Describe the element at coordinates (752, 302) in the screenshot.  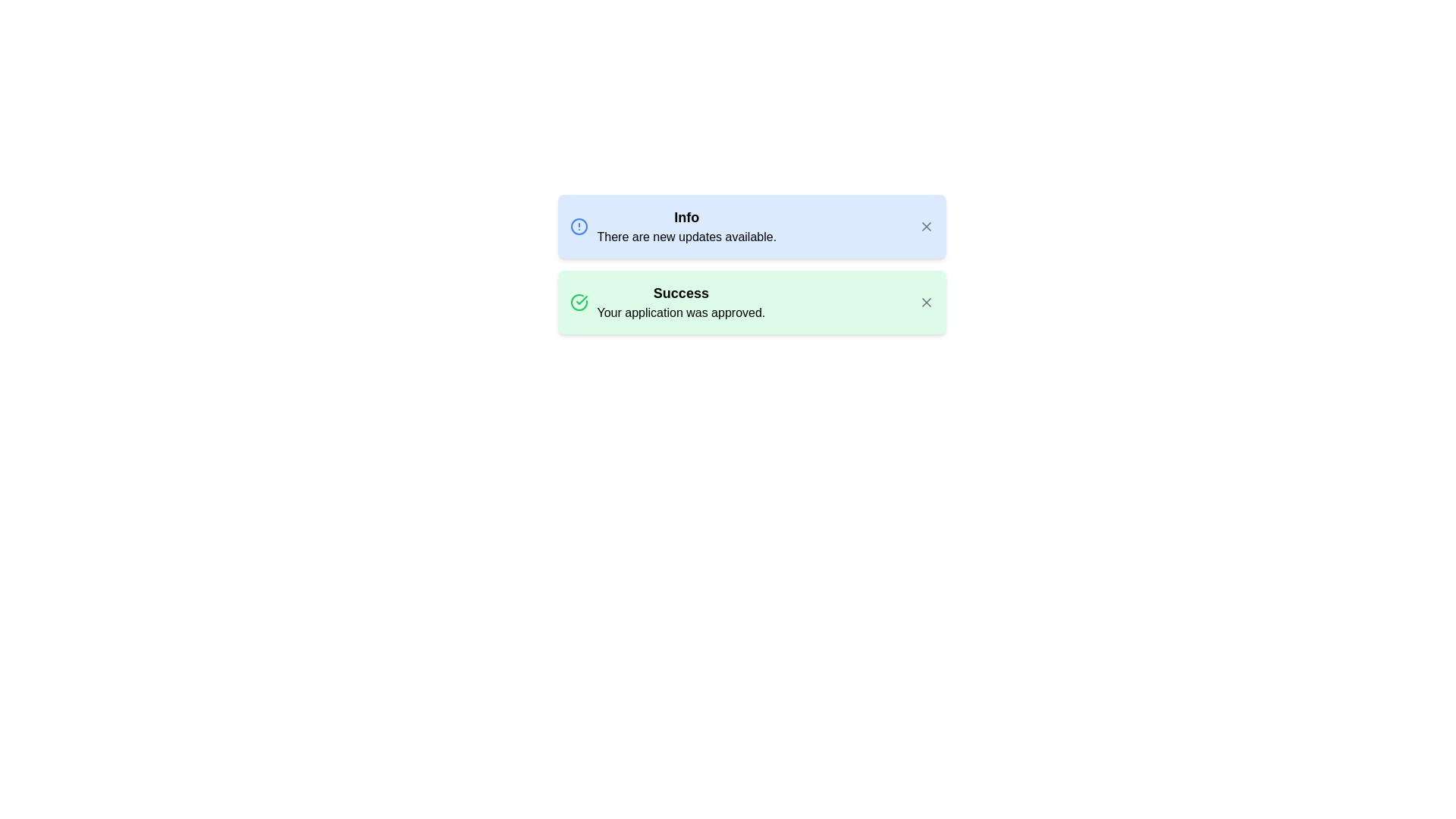
I see `the Notification box with a green background that contains a checkmark icon and the text 'Success' followed by 'Your application was approved.'` at that location.